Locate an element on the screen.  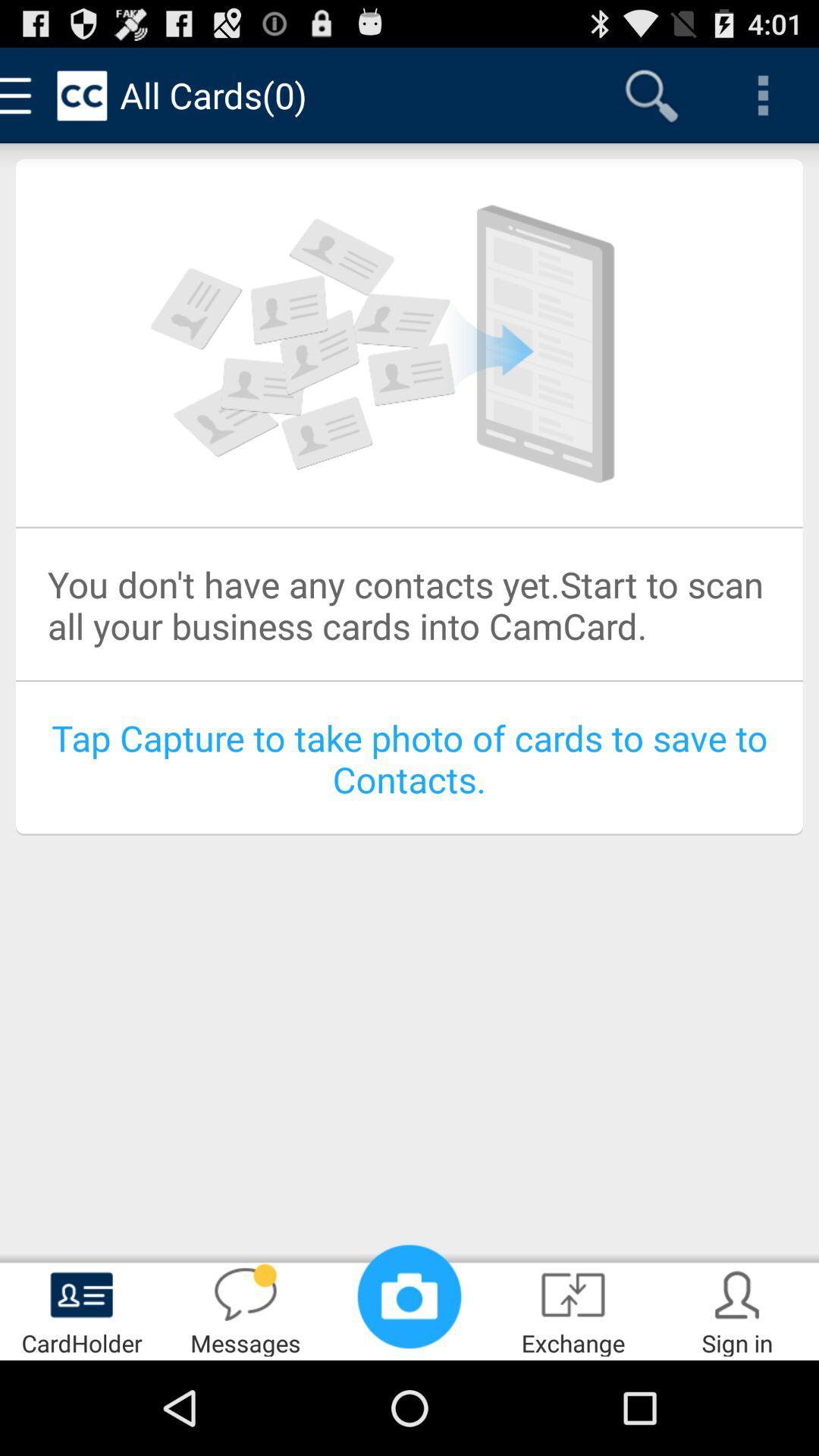
icon next to all cards(0) is located at coordinates (651, 94).